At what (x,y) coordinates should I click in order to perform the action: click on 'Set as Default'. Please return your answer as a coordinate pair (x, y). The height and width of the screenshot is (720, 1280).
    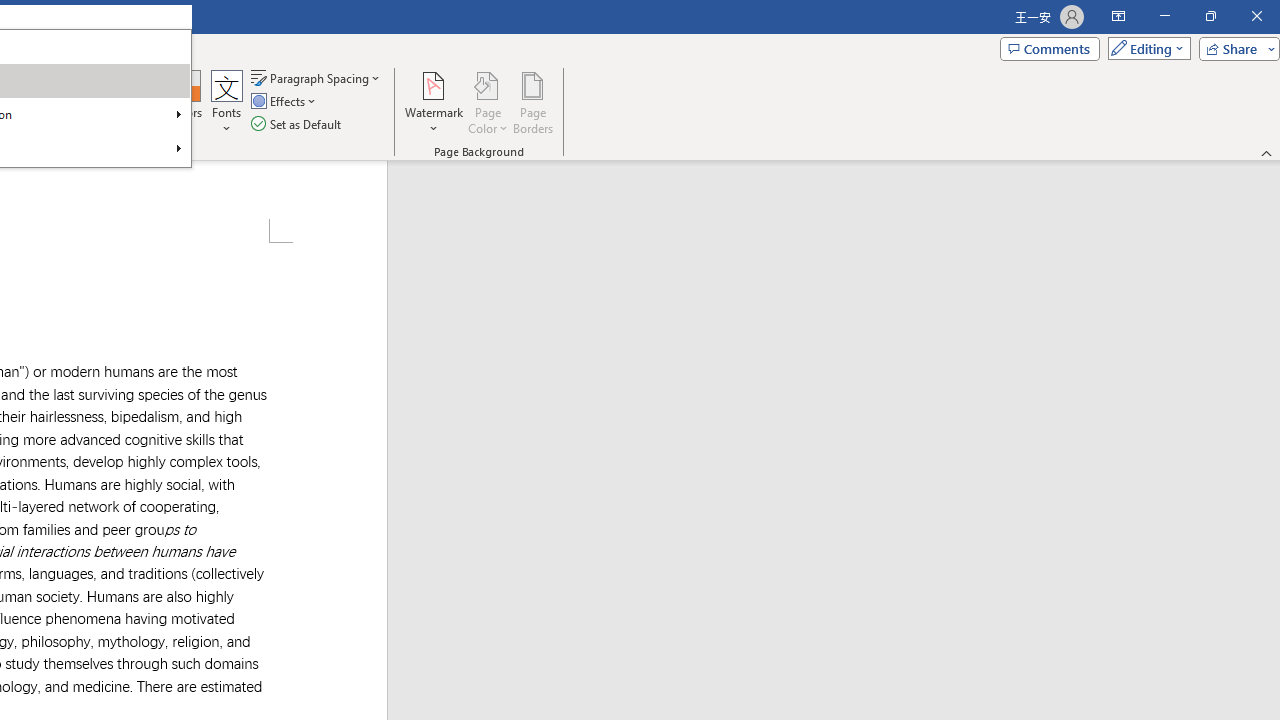
    Looking at the image, I should click on (297, 124).